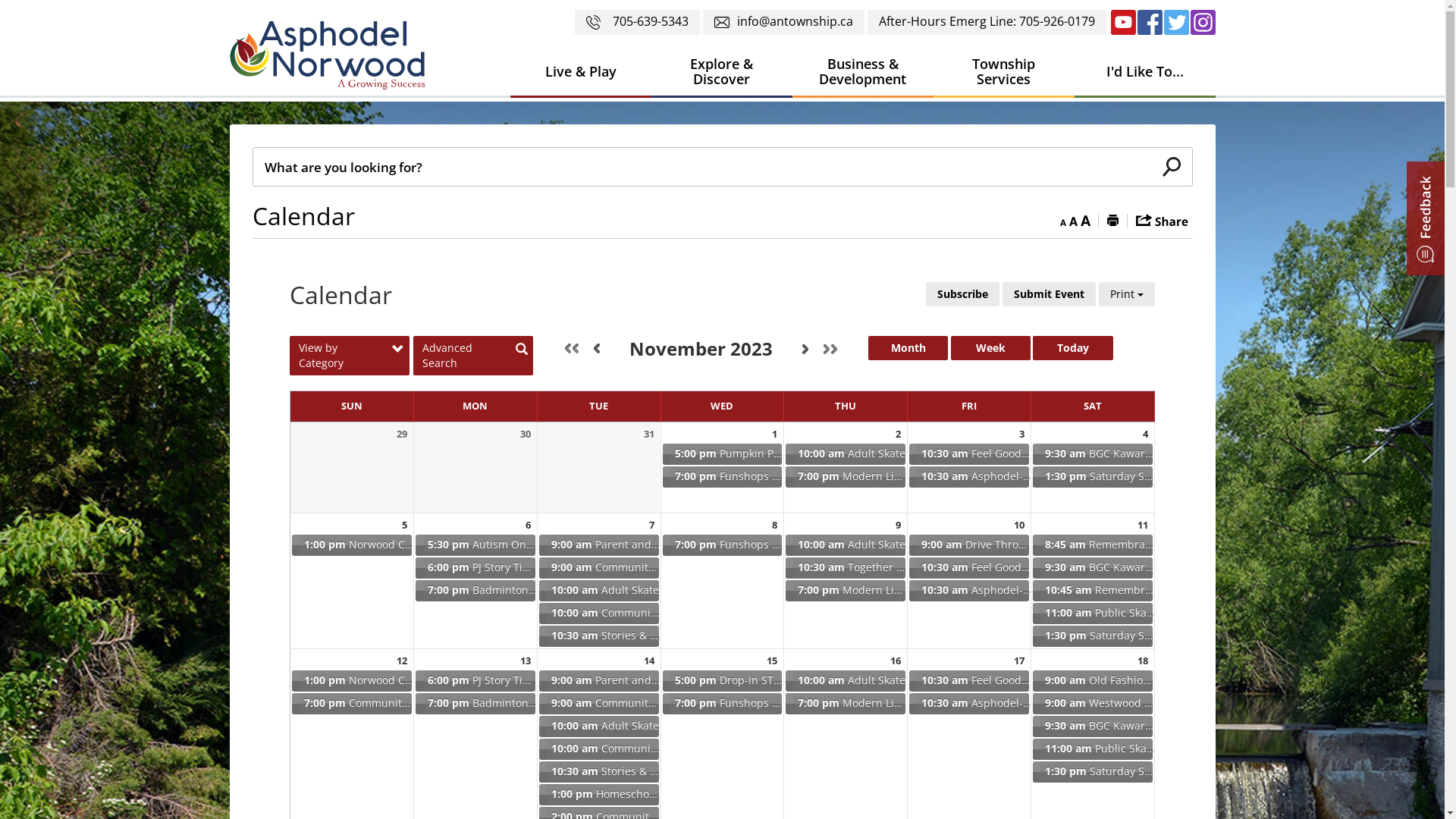 This screenshot has width=1456, height=819. Describe the element at coordinates (1031, 725) in the screenshot. I see `'9:30 am BGC Kawarthas - Kid Tech Nation'` at that location.